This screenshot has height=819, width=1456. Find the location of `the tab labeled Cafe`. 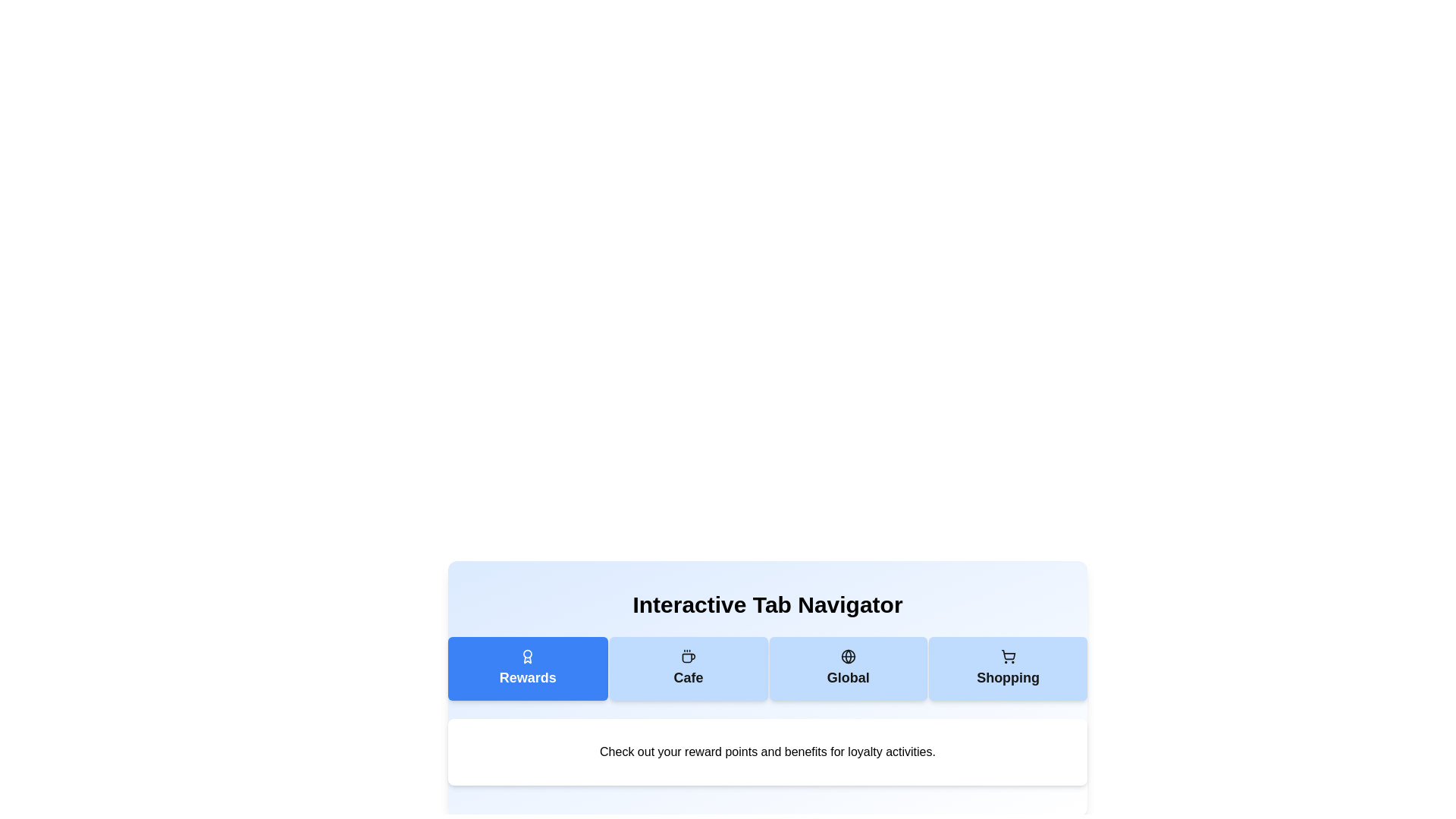

the tab labeled Cafe is located at coordinates (688, 668).